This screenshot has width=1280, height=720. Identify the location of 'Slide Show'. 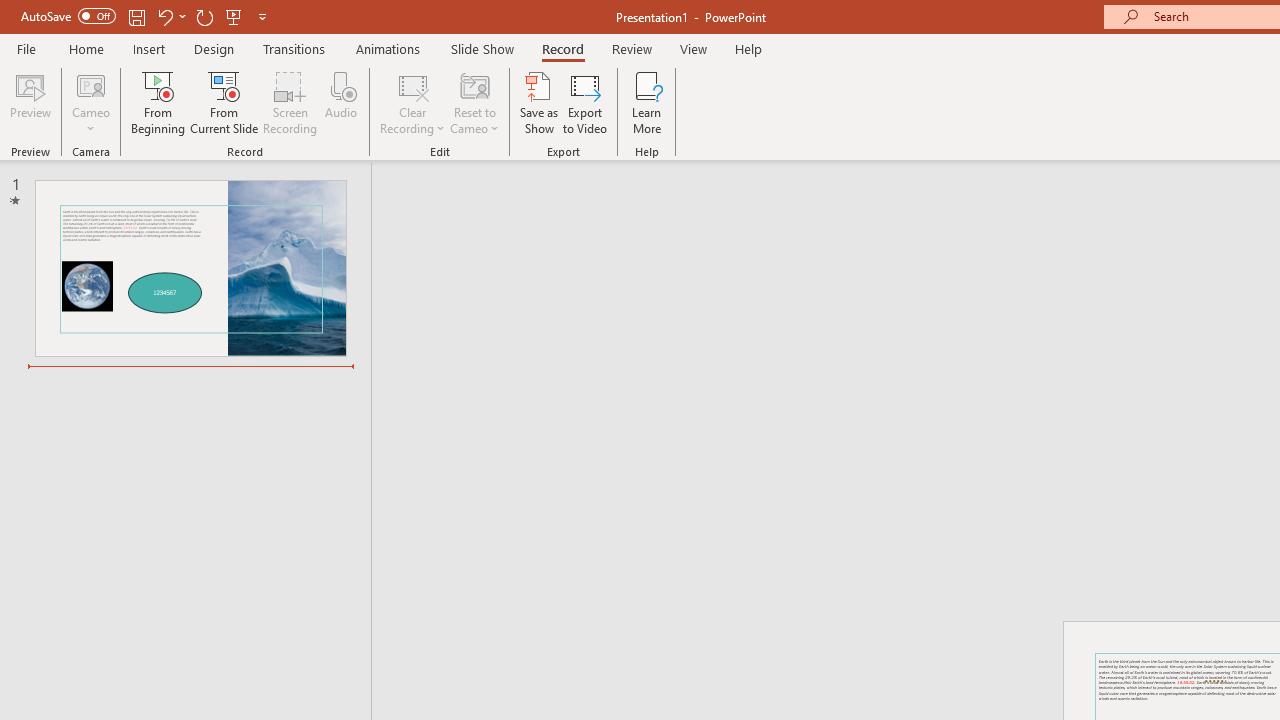
(481, 48).